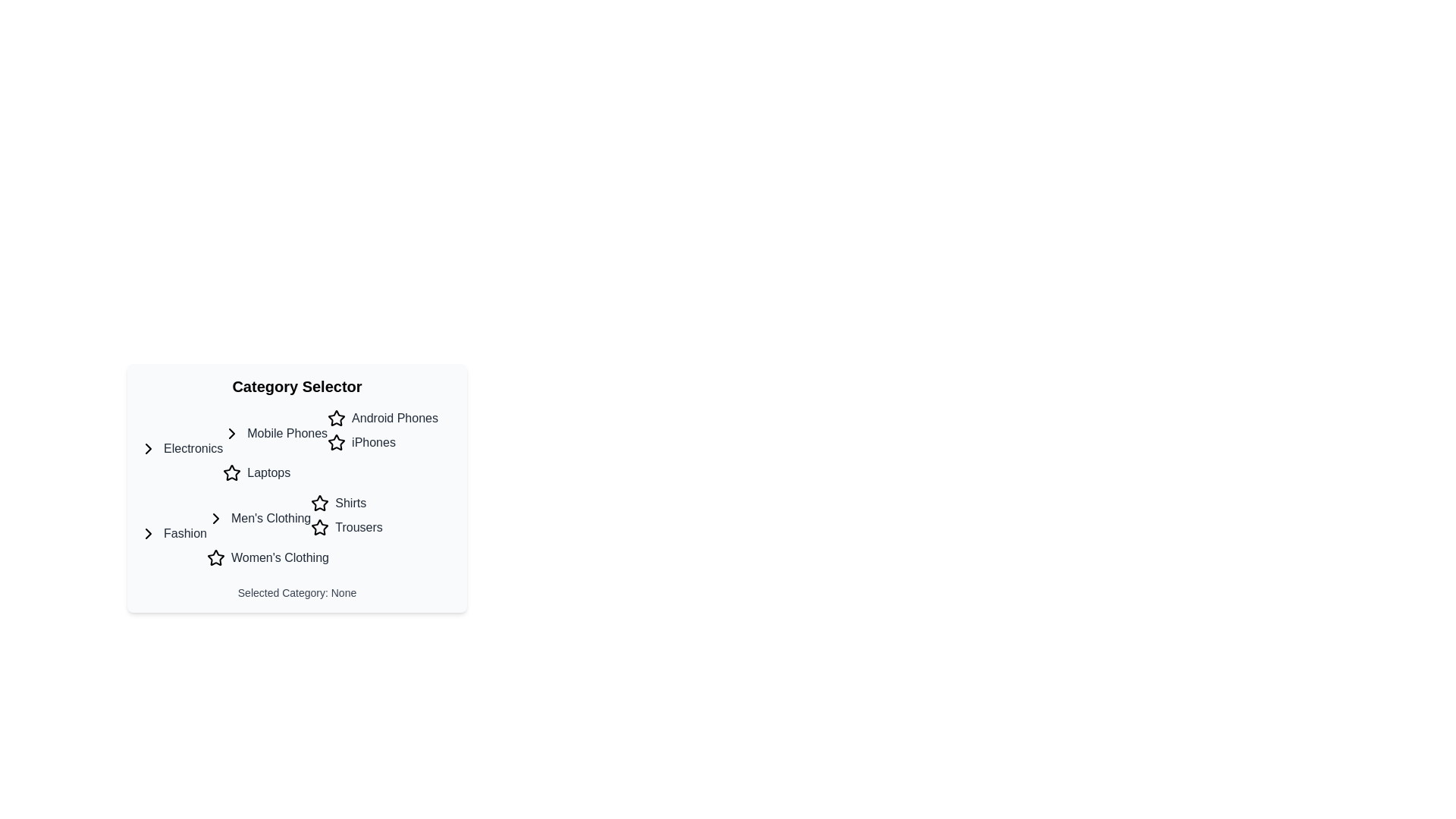  Describe the element at coordinates (346, 517) in the screenshot. I see `the List item with interactive sub-items labeled 'Shirts' and 'Trousers'` at that location.